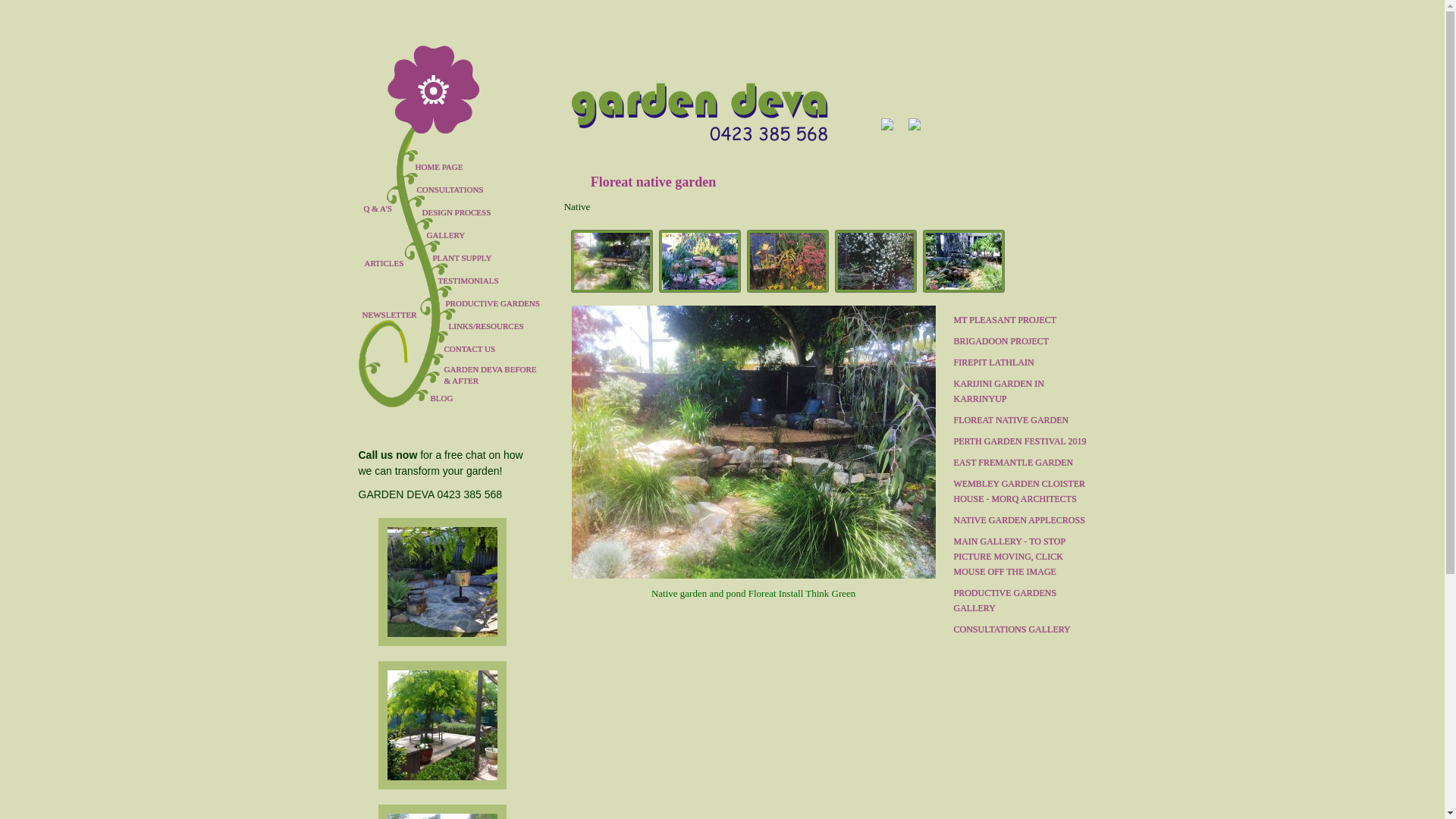 The image size is (1456, 819). I want to click on 'PRODUCTIVE GARDENS GALLERY', so click(1019, 599).